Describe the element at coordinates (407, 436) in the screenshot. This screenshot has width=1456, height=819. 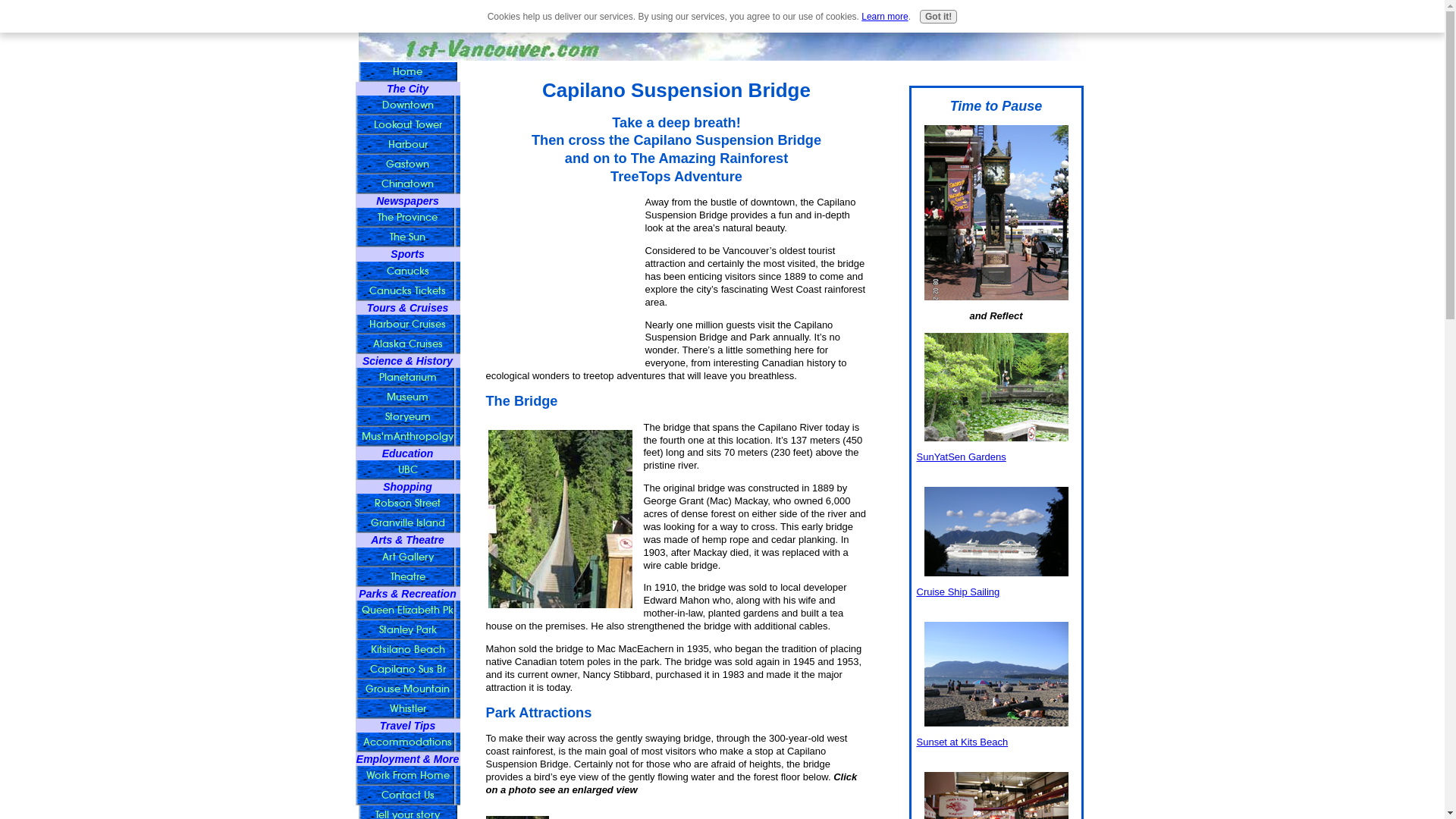
I see `'Mus'mAnthropolgy'` at that location.